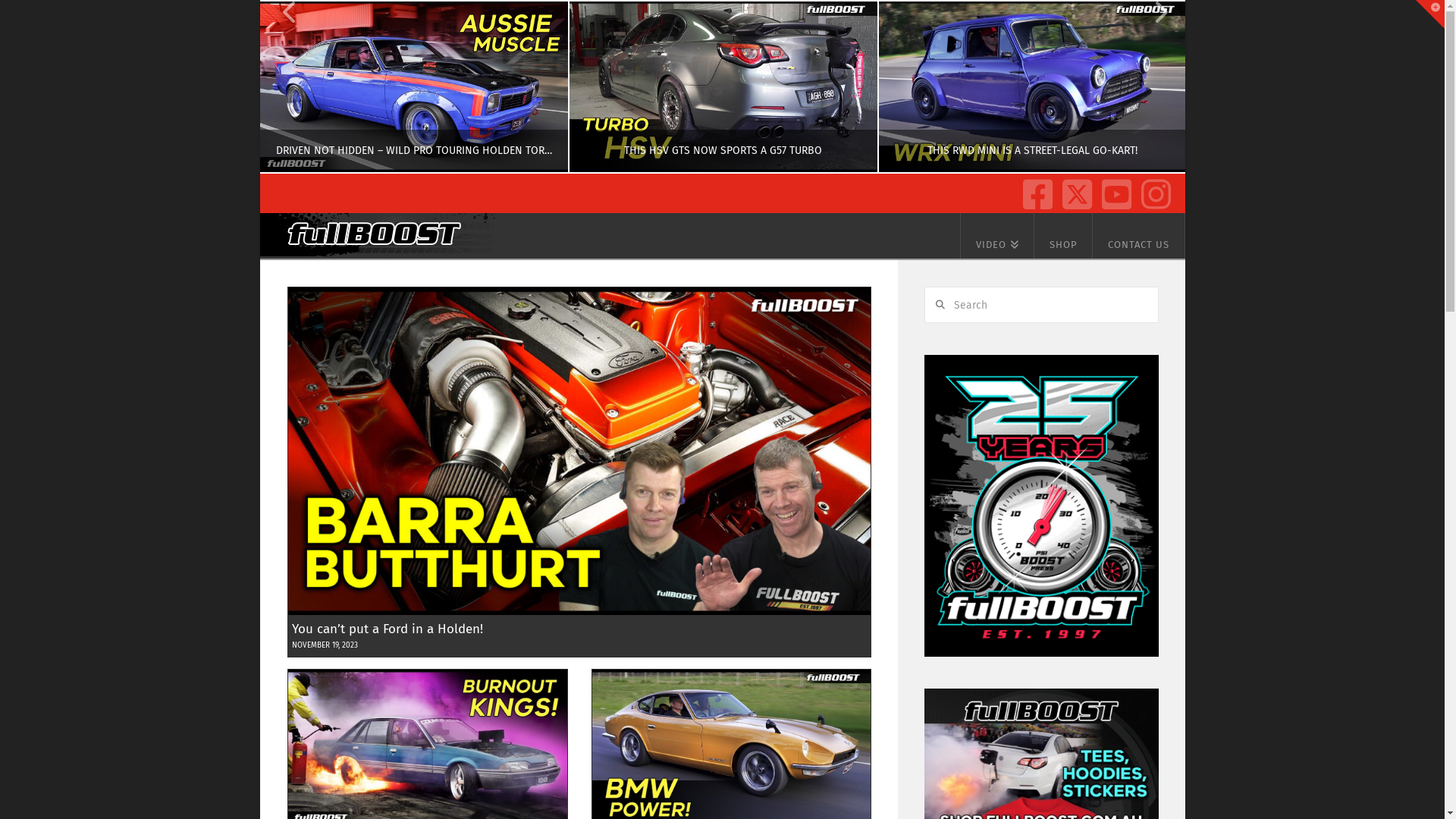  What do you see at coordinates (997, 236) in the screenshot?
I see `'VIDEO'` at bounding box center [997, 236].